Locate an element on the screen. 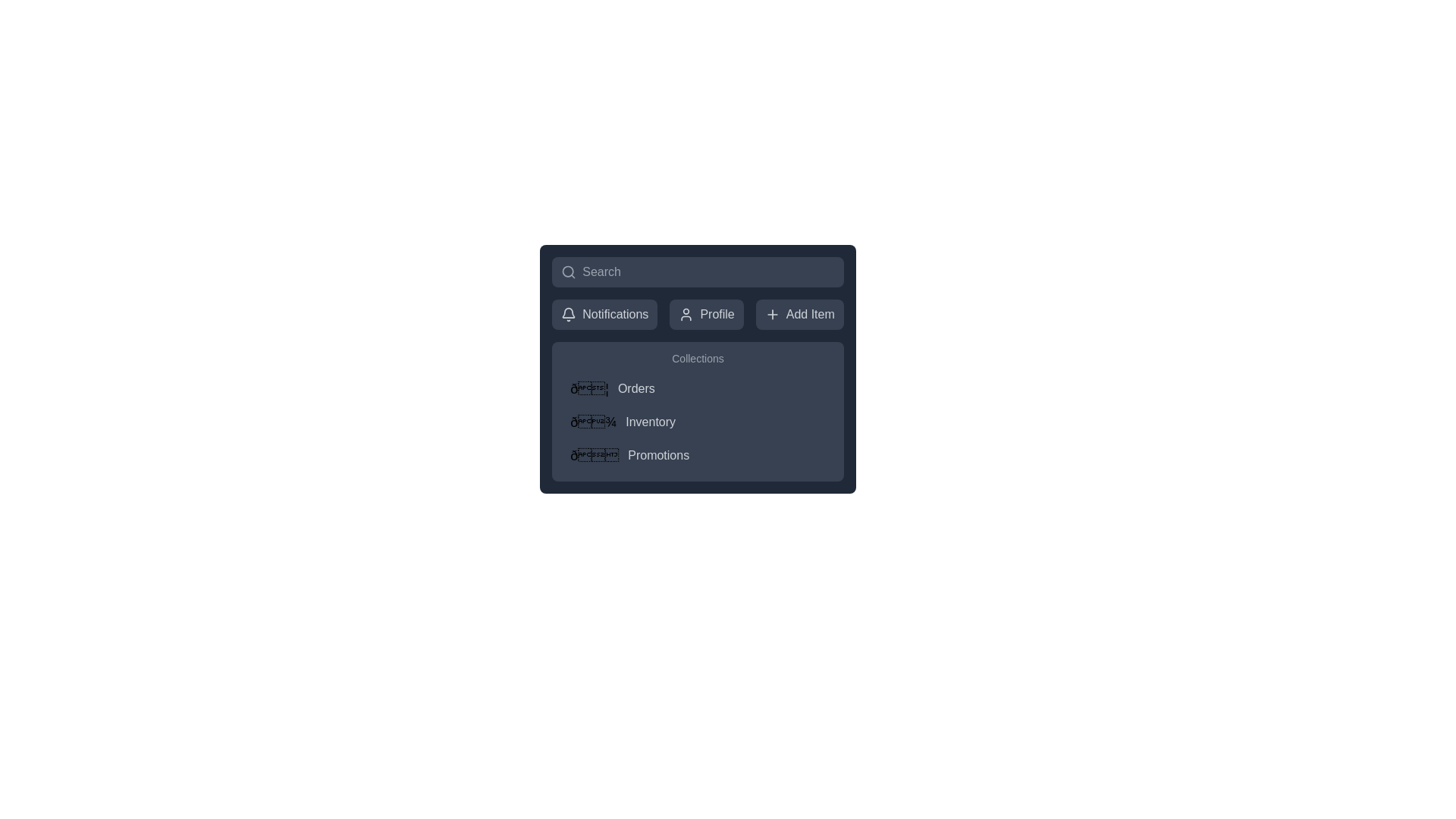 This screenshot has width=1456, height=819. the 'Promotions' button, which features a party popper emoji and is located at the bottom of the list is located at coordinates (697, 455).